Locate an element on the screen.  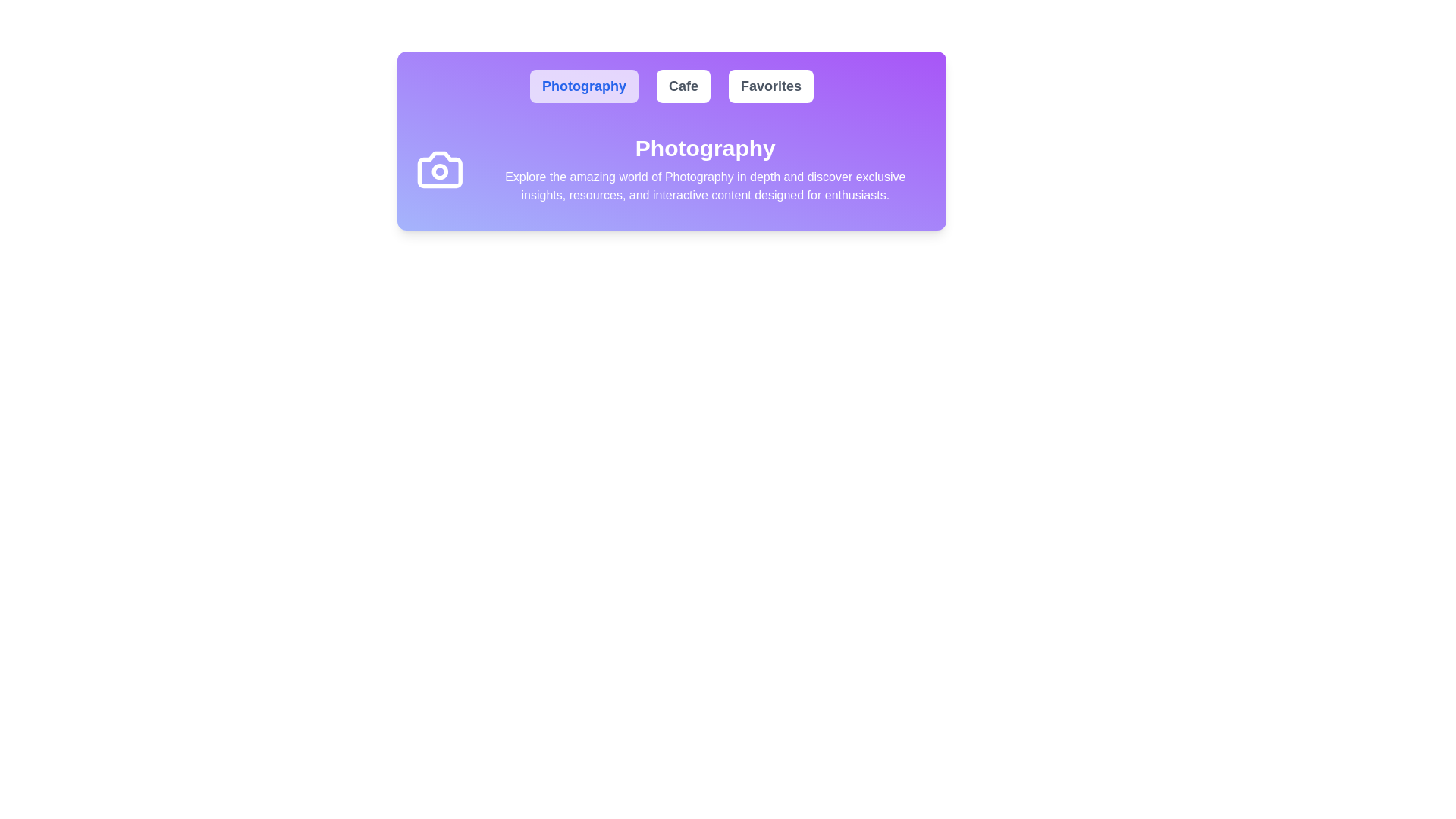
the 'Cafe' button, which has a clean white background and gray text, positioned in the upper center of the interface between 'Photography' and 'Favorites' is located at coordinates (682, 86).